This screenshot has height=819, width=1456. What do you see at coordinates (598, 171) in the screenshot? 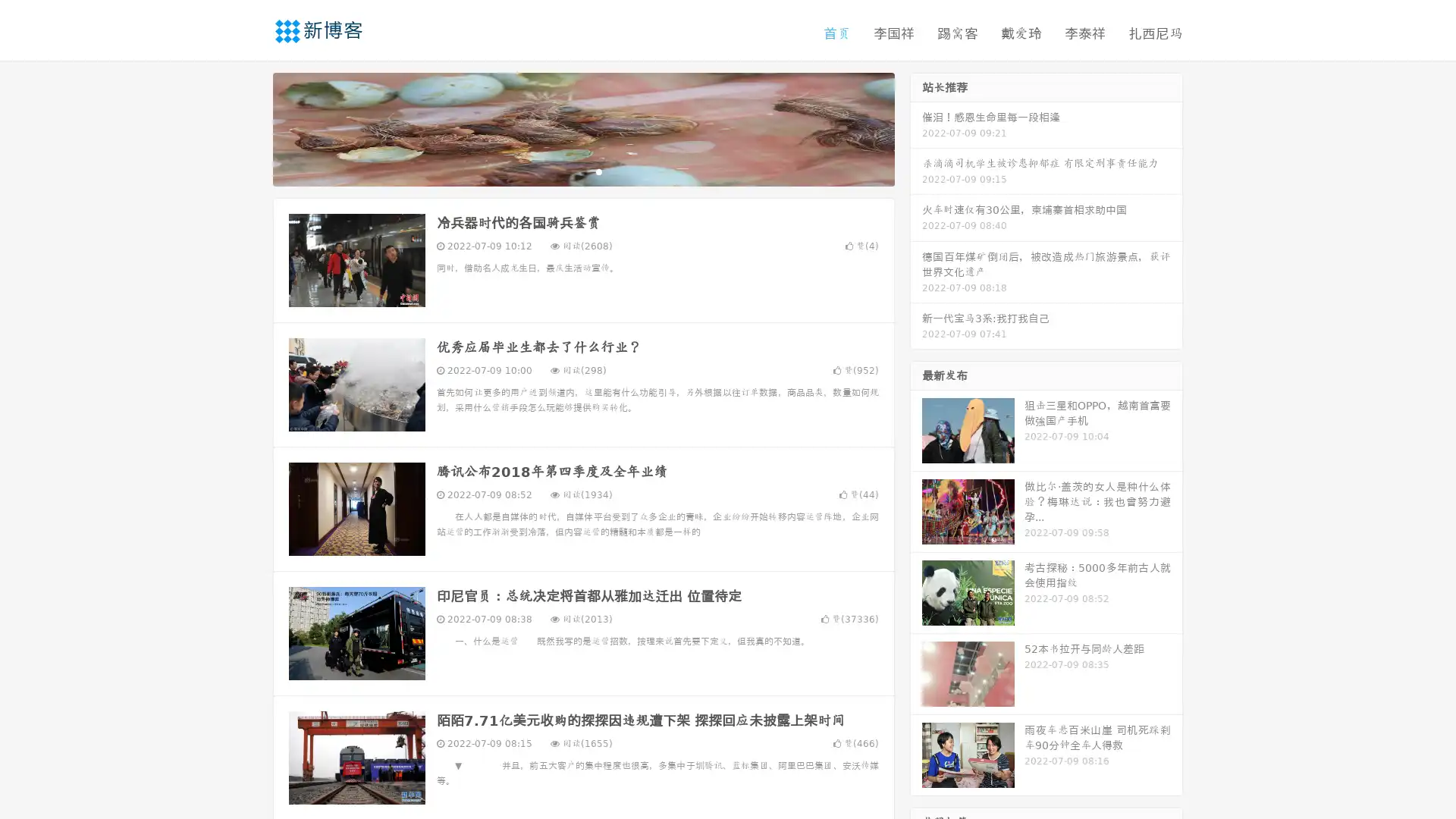
I see `Go to slide 3` at bounding box center [598, 171].